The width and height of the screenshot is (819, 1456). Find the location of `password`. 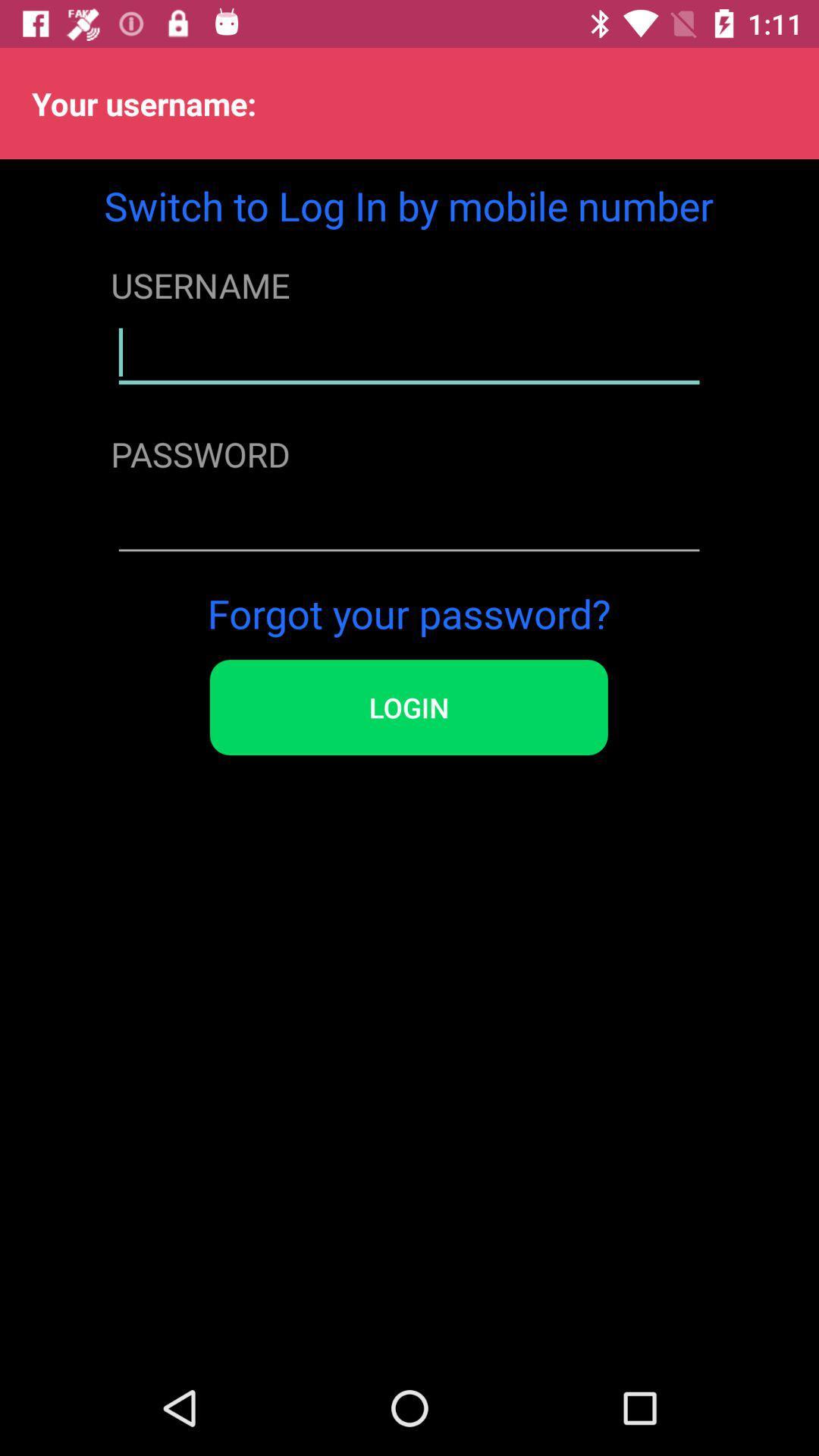

password is located at coordinates (408, 522).